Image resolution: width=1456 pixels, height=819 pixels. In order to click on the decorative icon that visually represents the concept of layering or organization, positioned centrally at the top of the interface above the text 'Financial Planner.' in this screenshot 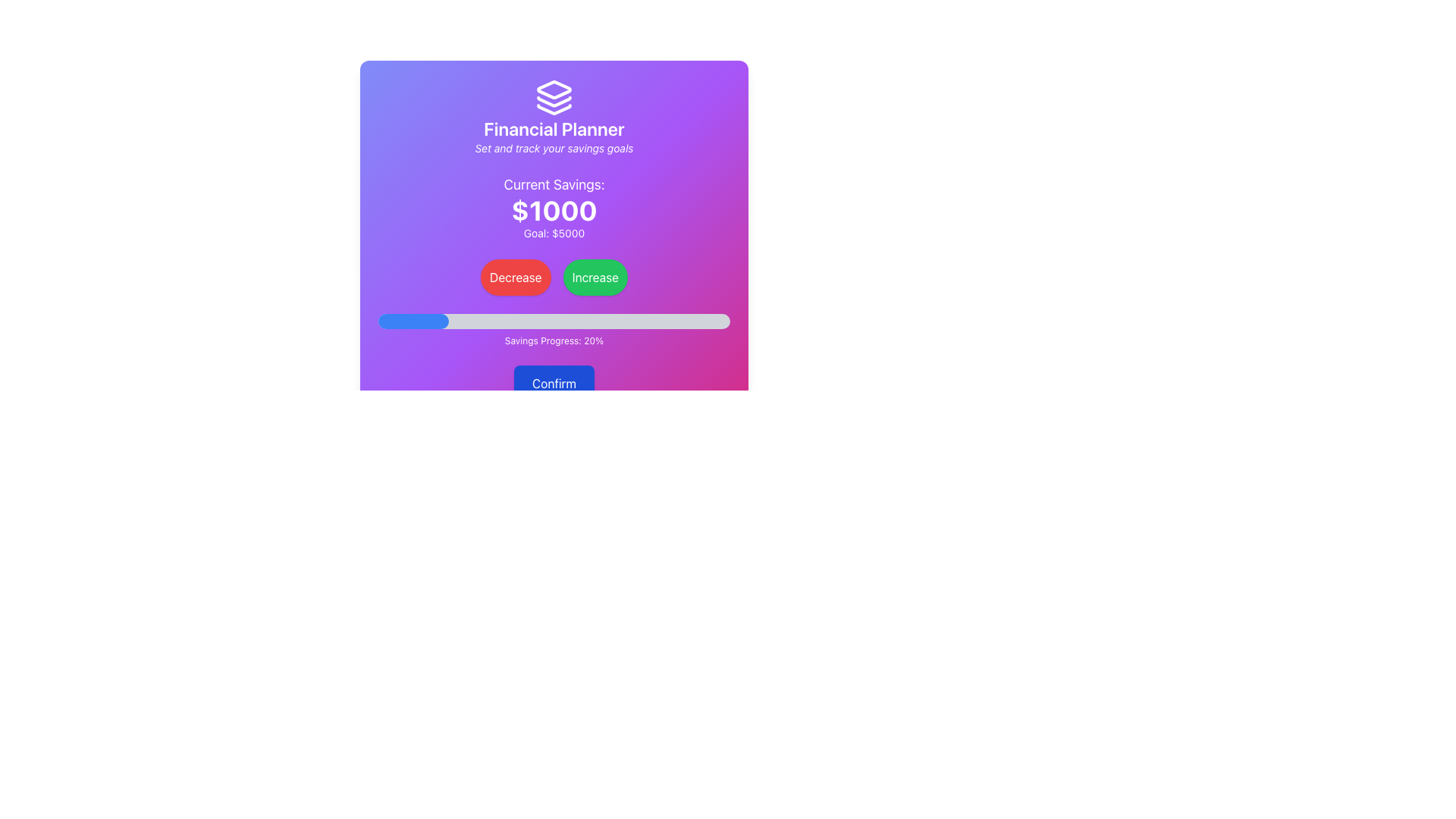, I will do `click(553, 97)`.